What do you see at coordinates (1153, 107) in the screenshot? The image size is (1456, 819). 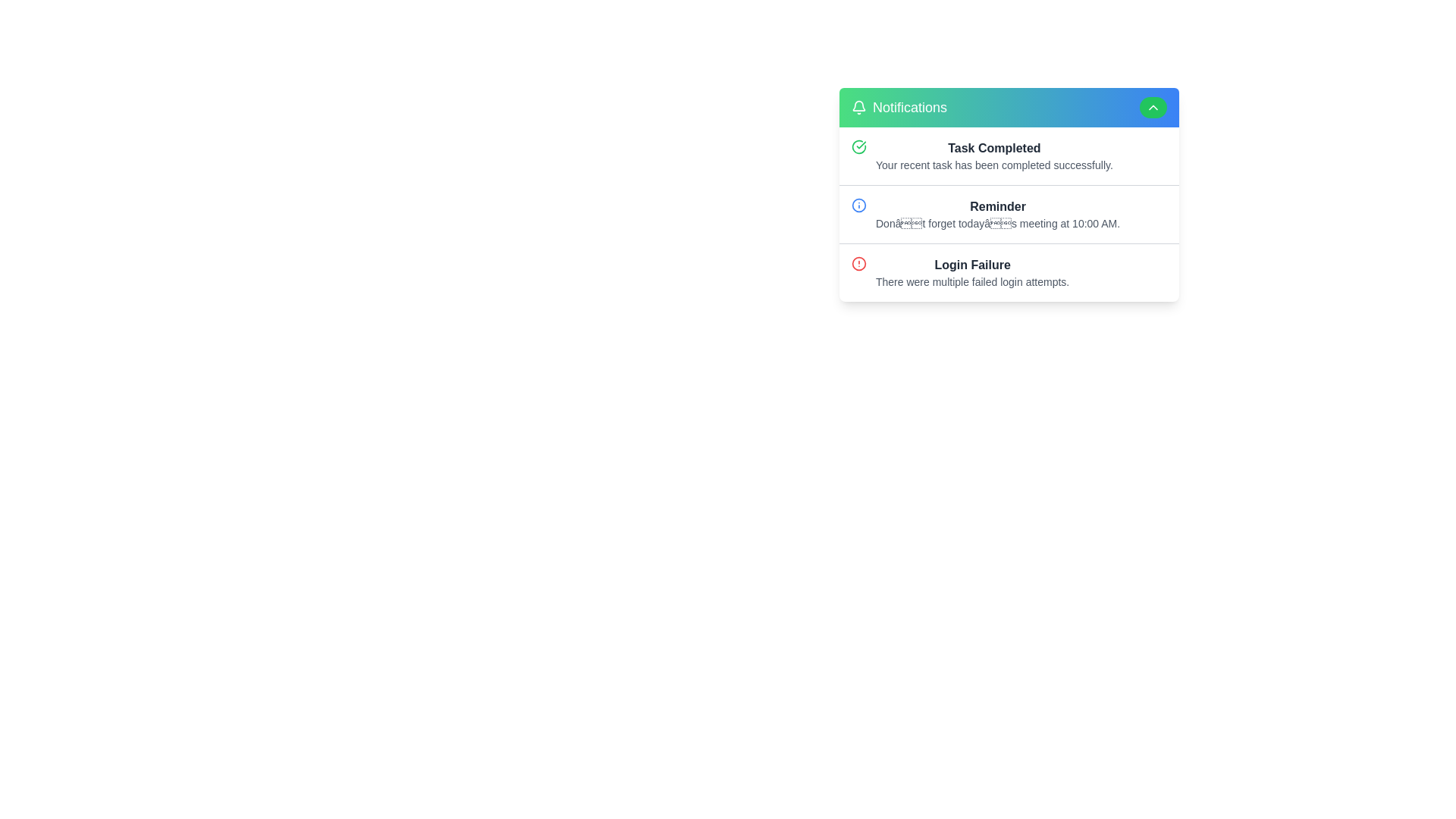 I see `the chevron icon located in the upper-right corner of the notification panel` at bounding box center [1153, 107].